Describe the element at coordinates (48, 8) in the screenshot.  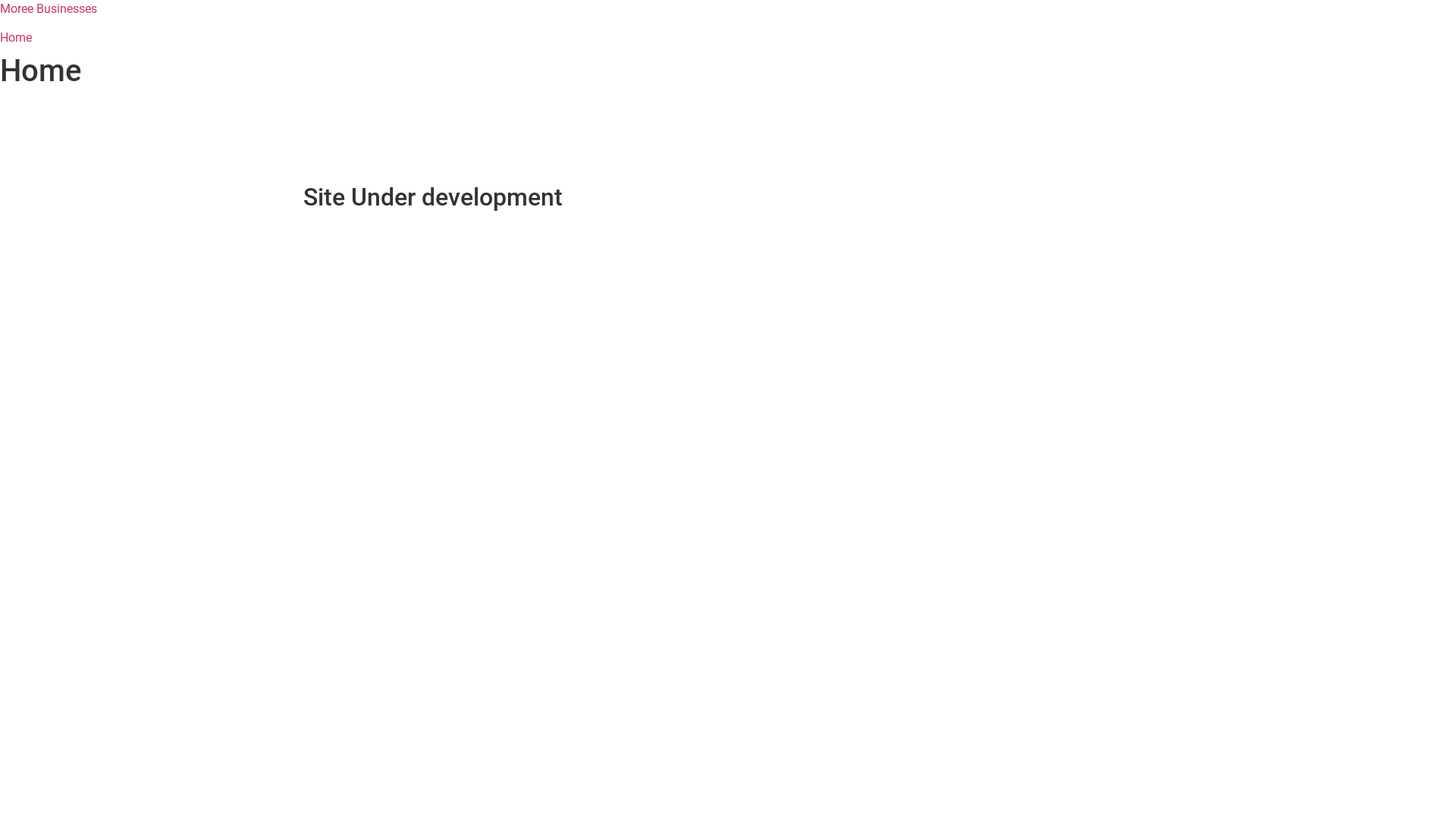
I see `'Moree Businesses'` at that location.